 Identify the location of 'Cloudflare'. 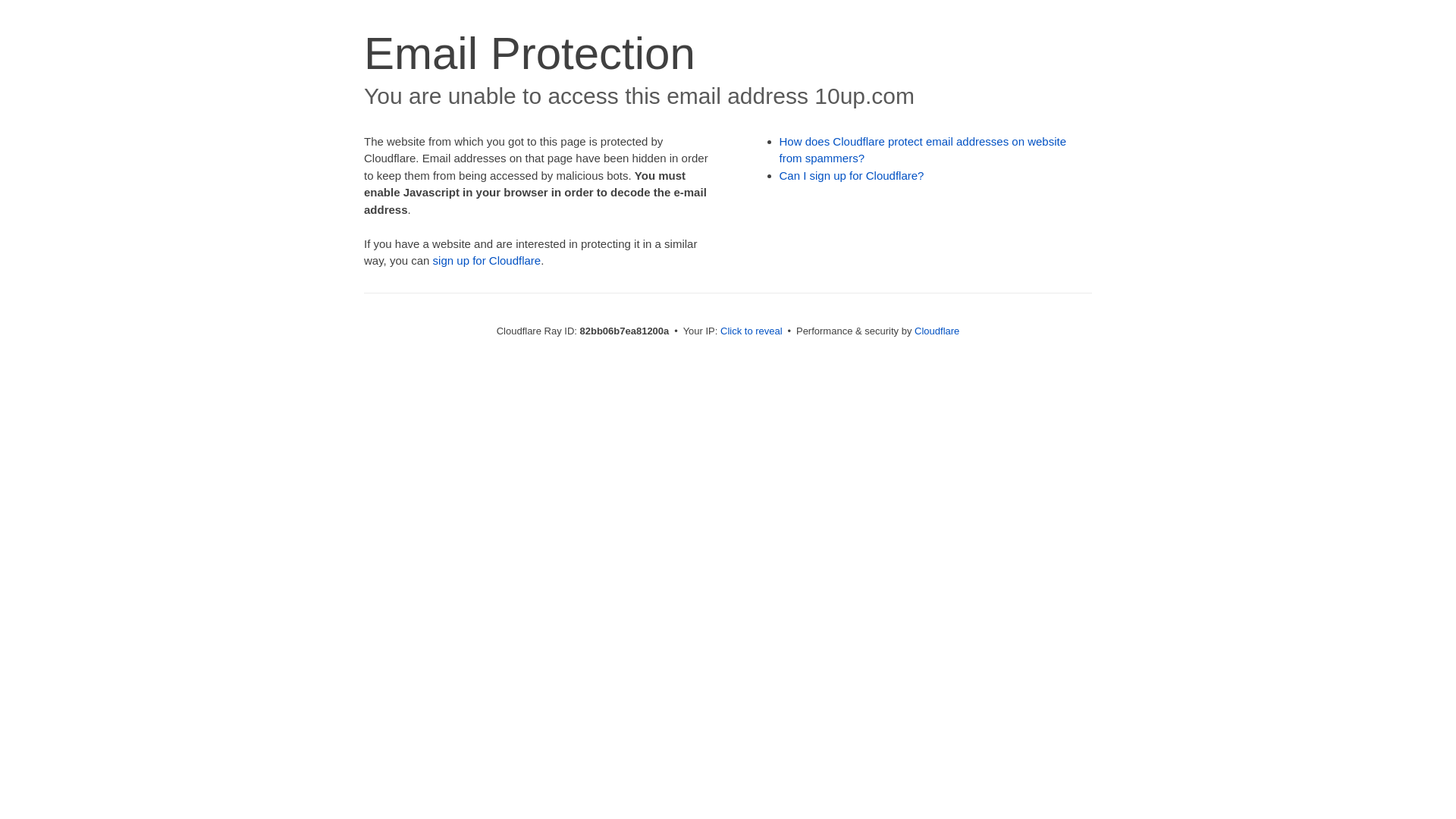
(936, 330).